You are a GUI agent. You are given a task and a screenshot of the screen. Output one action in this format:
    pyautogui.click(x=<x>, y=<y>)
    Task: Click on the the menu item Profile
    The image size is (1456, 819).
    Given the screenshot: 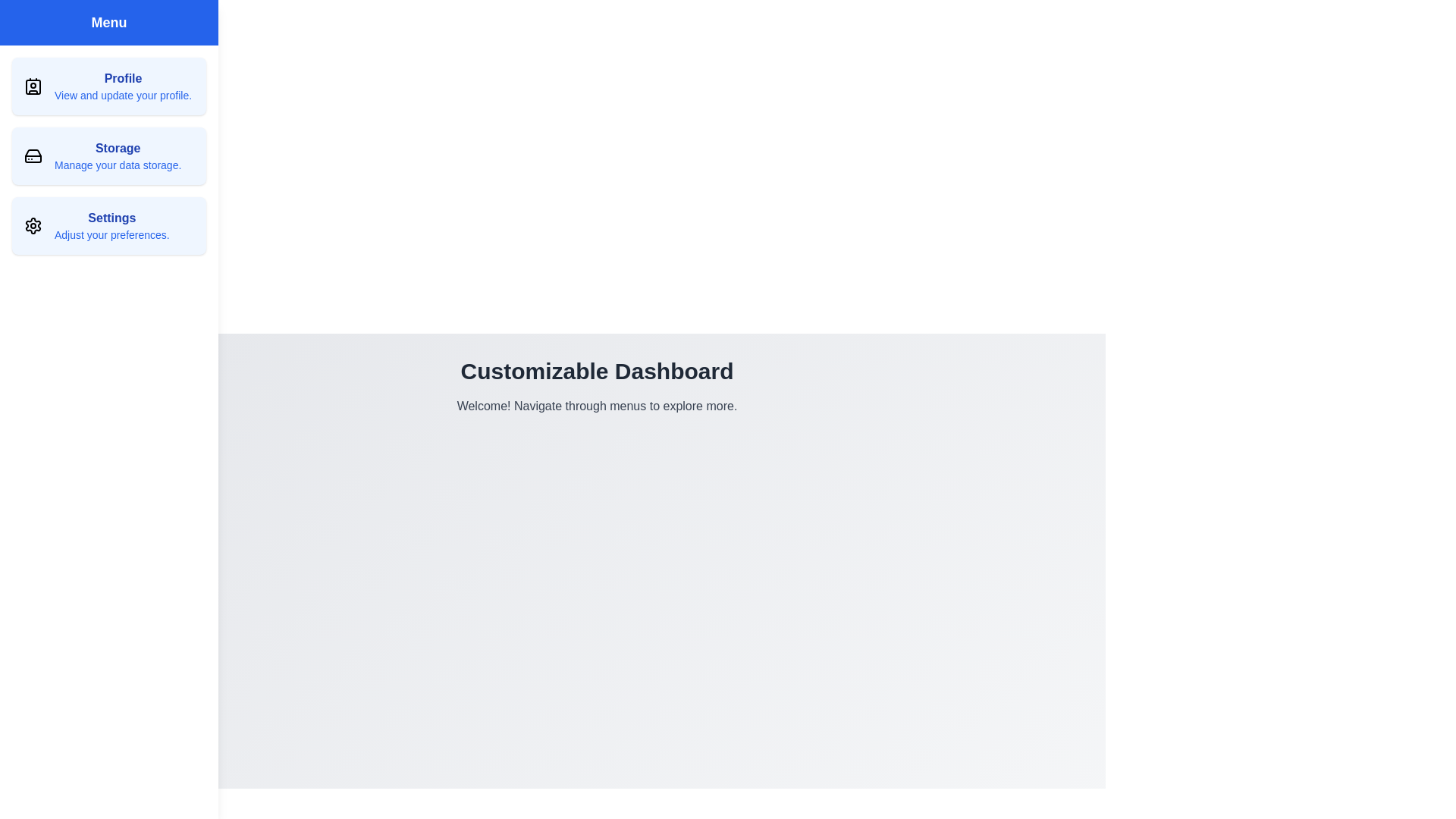 What is the action you would take?
    pyautogui.click(x=108, y=86)
    